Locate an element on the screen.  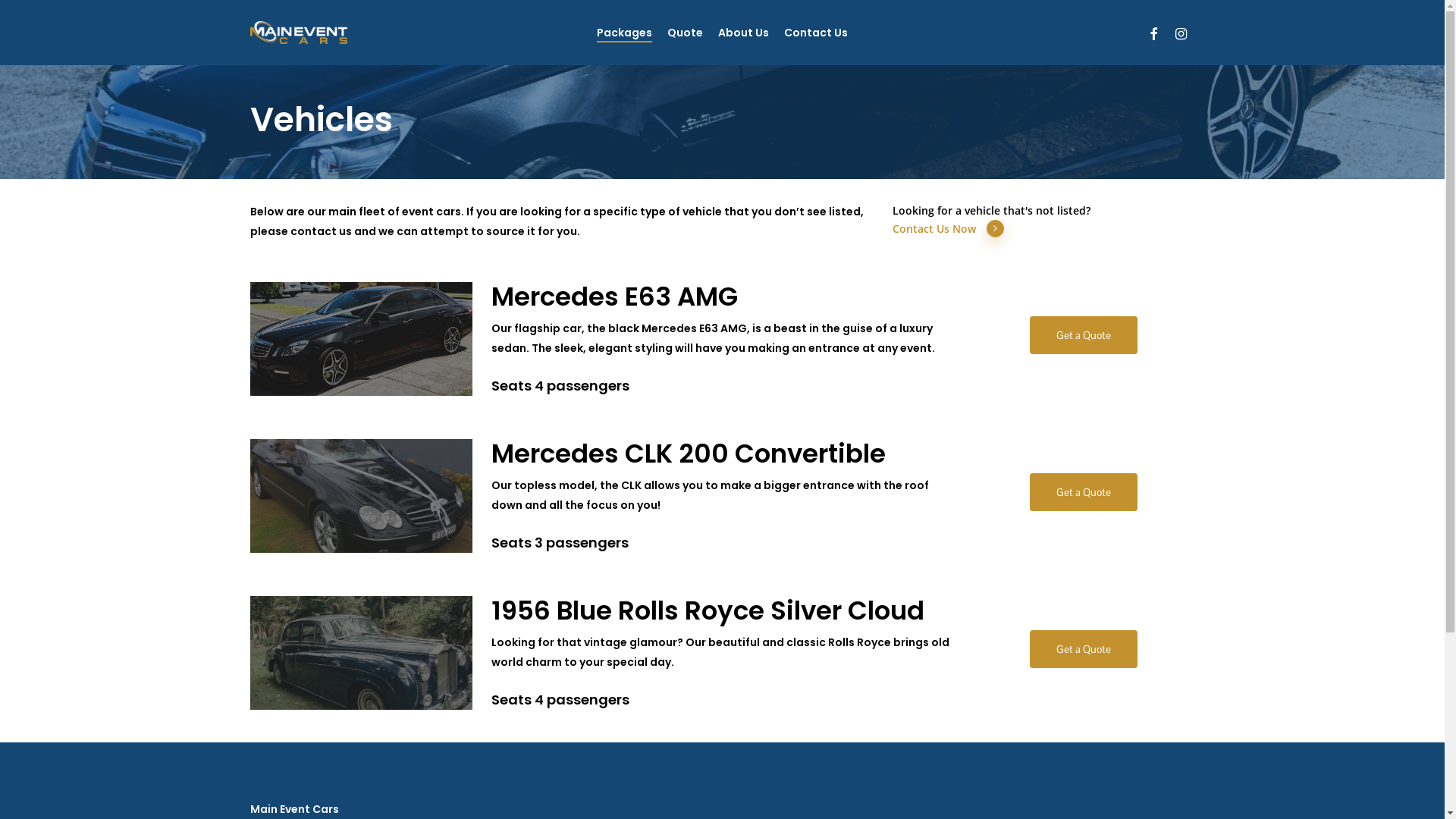
'instagram' is located at coordinates (1179, 32).